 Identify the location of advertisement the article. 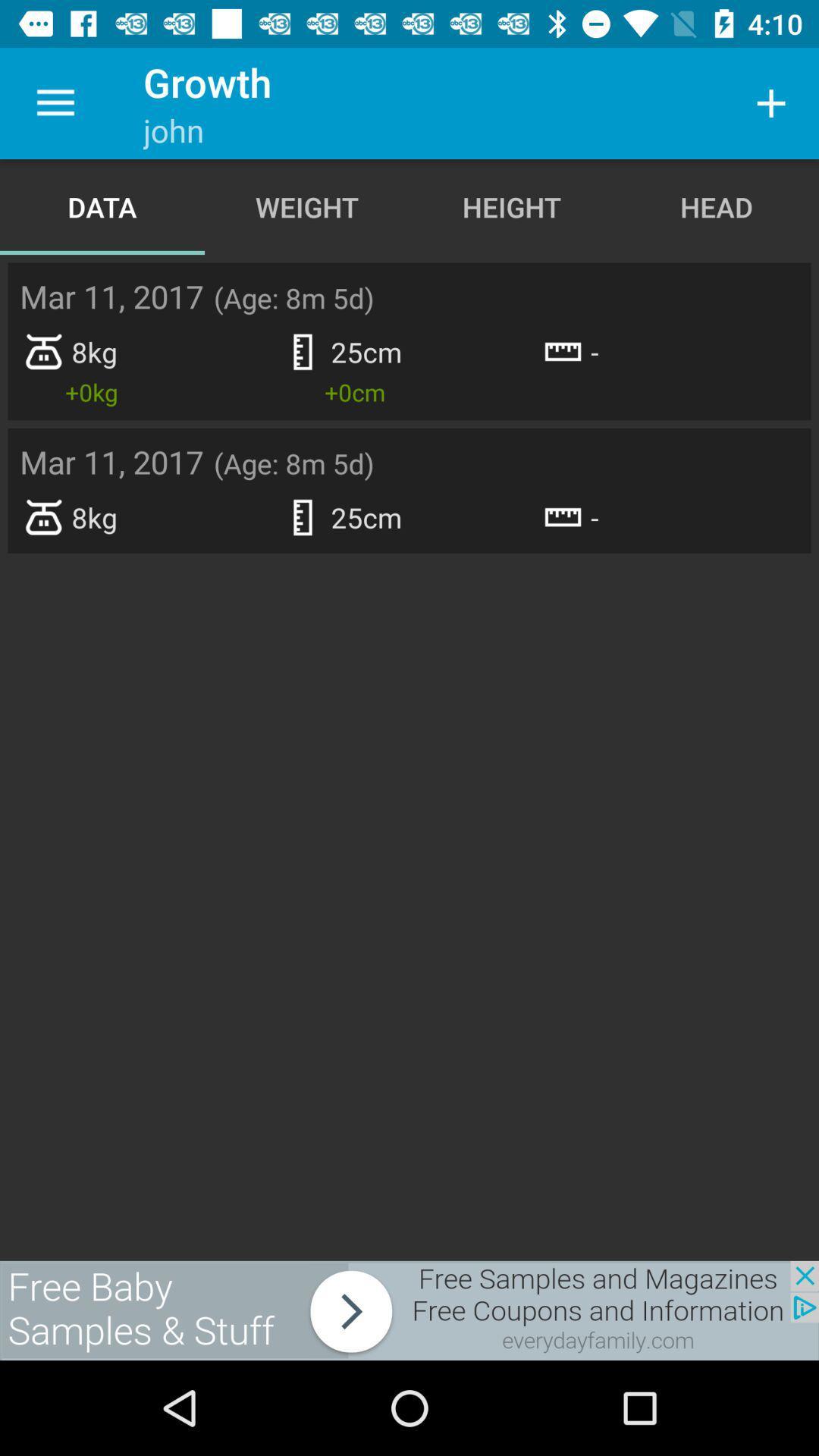
(409, 1310).